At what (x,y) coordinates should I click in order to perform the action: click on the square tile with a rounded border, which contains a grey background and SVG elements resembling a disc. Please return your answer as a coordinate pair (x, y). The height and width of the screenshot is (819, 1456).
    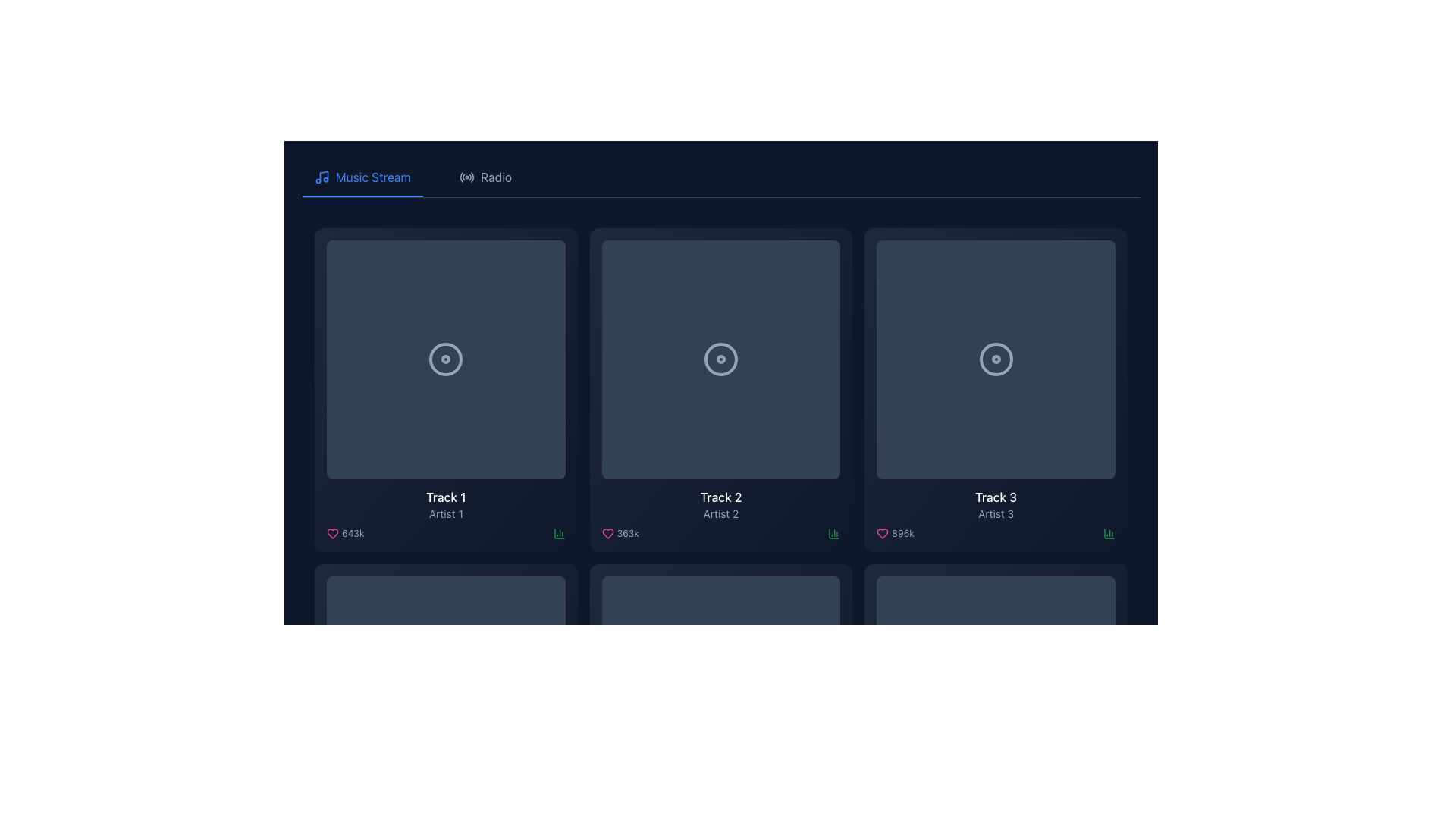
    Looking at the image, I should click on (720, 695).